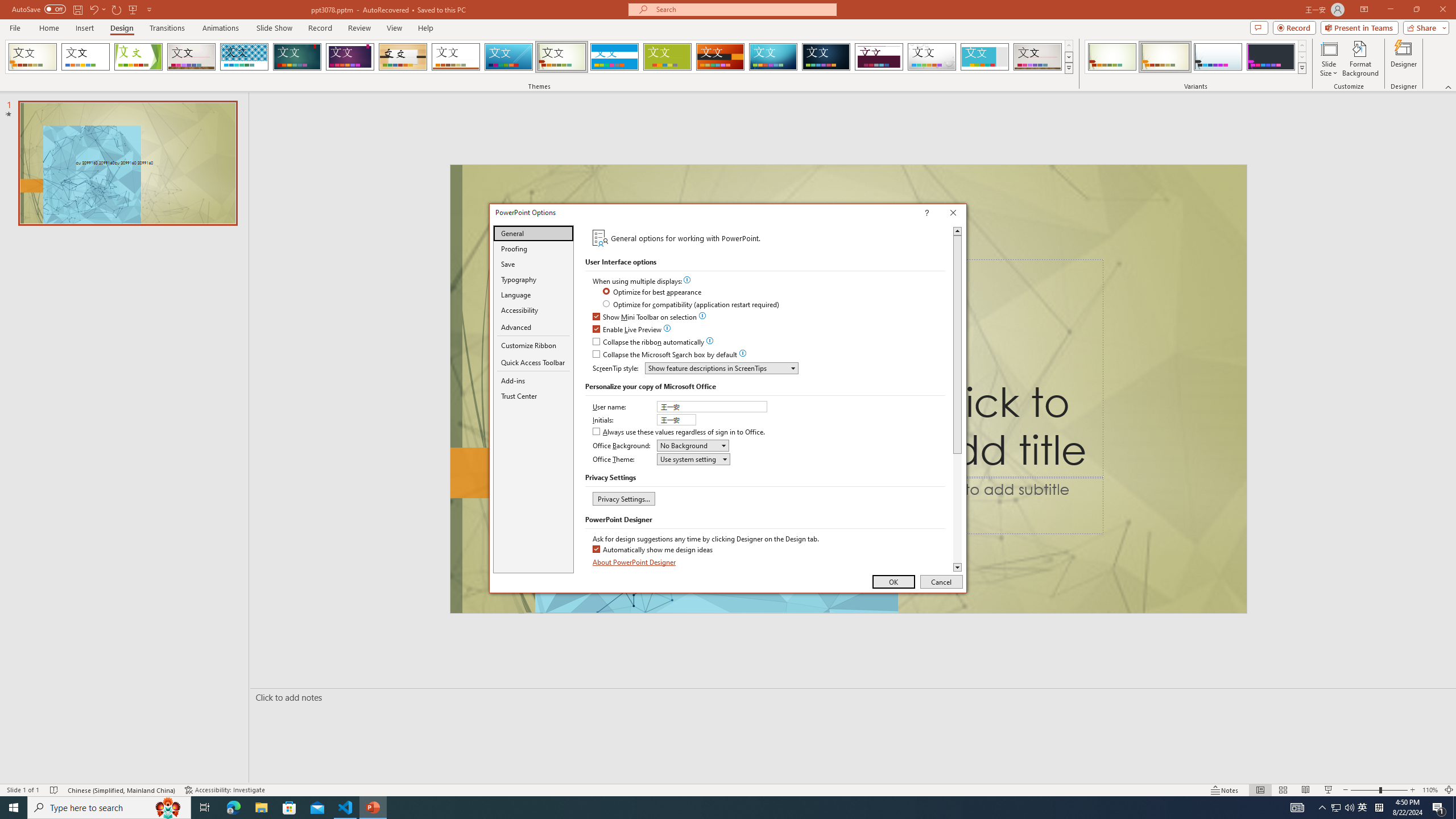 The image size is (1456, 819). Describe the element at coordinates (1038, 56) in the screenshot. I see `'Gallery Loading Preview...'` at that location.